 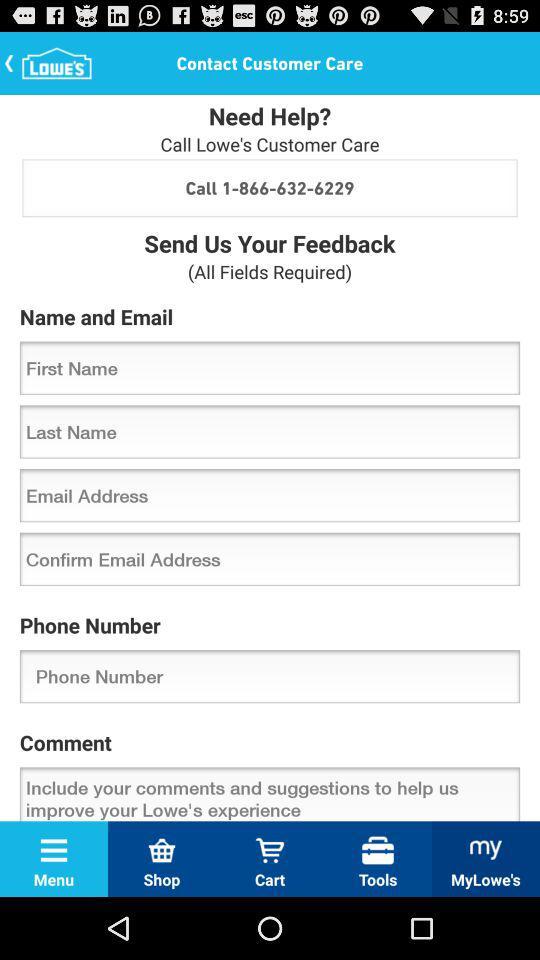 What do you see at coordinates (270, 366) in the screenshot?
I see `icon below the name and email icon` at bounding box center [270, 366].